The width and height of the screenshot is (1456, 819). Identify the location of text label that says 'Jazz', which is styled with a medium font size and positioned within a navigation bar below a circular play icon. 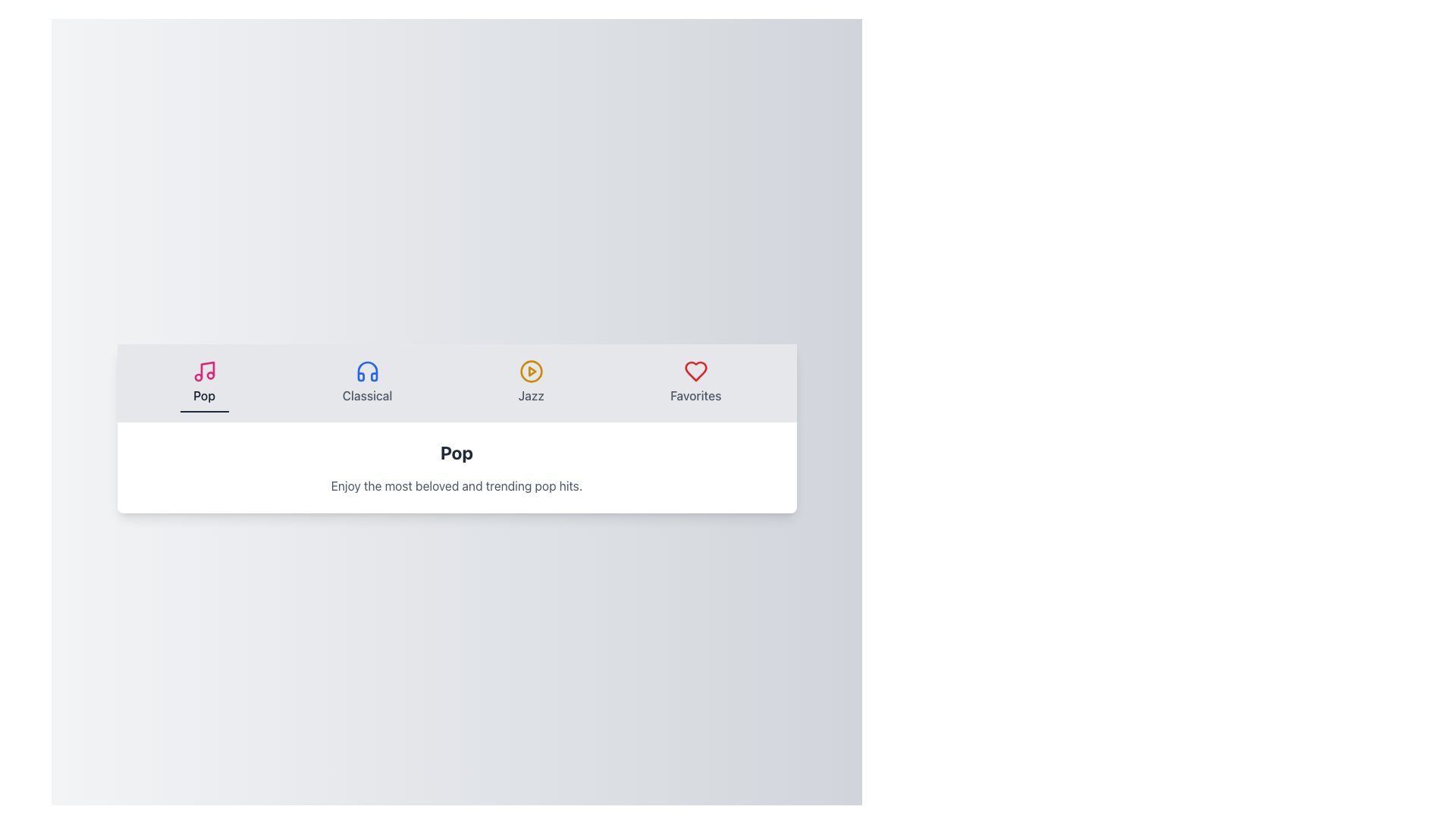
(531, 394).